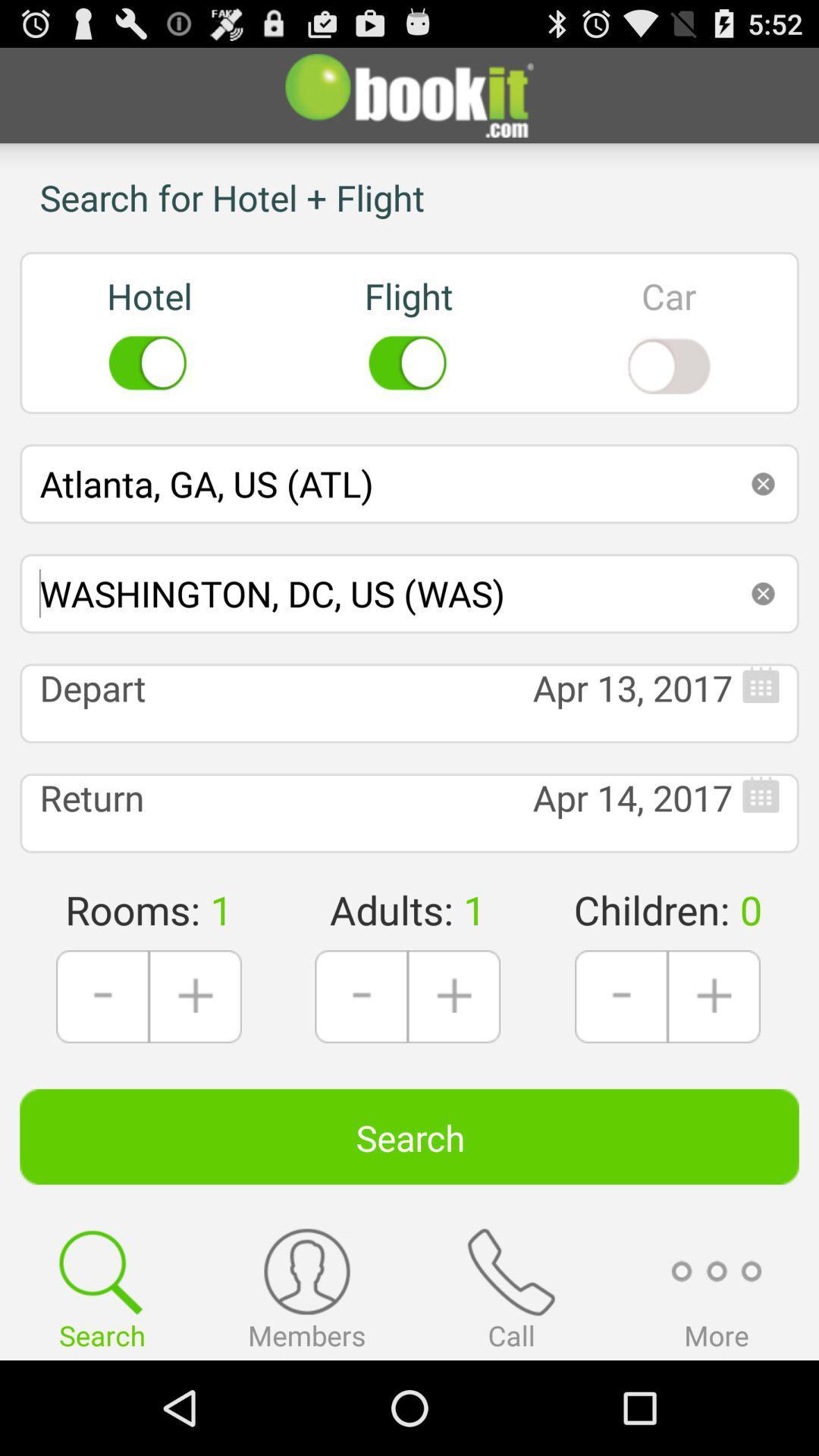 The image size is (819, 1456). I want to click on the close icon, so click(763, 518).